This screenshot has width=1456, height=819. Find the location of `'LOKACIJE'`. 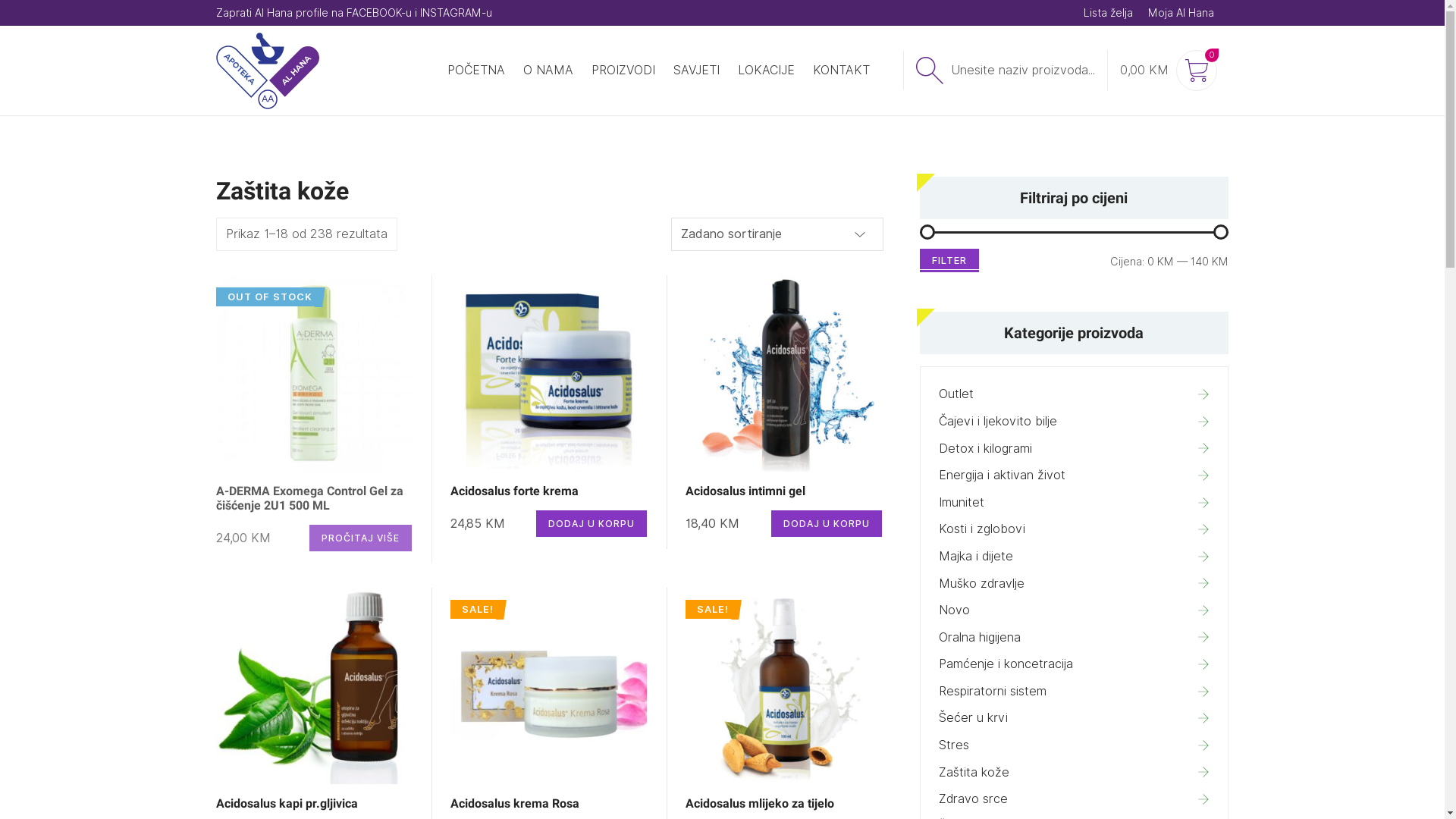

'LOKACIJE' is located at coordinates (765, 70).